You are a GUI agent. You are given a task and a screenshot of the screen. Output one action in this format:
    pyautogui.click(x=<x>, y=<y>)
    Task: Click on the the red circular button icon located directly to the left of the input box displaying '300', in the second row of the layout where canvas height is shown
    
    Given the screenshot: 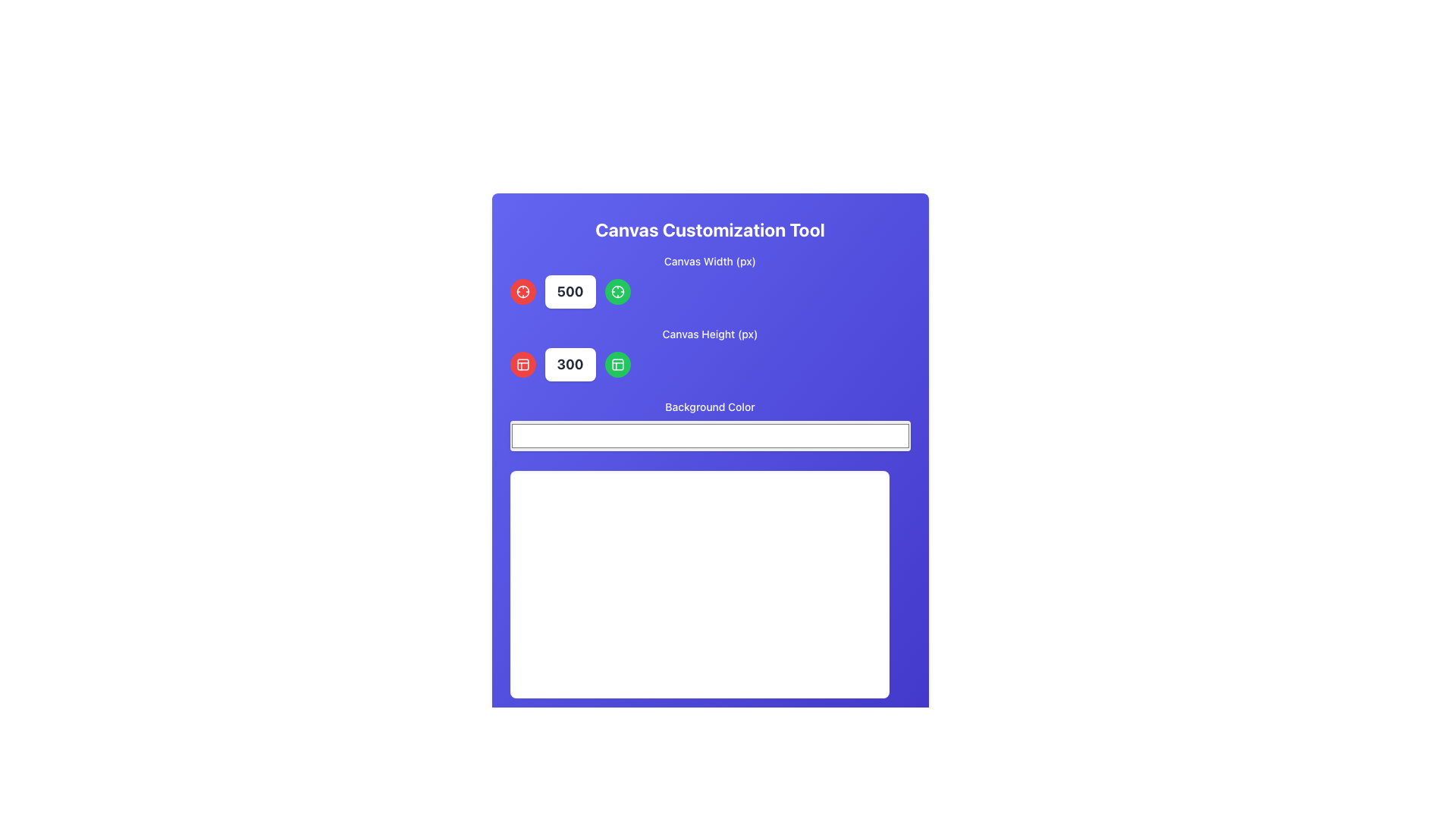 What is the action you would take?
    pyautogui.click(x=522, y=365)
    